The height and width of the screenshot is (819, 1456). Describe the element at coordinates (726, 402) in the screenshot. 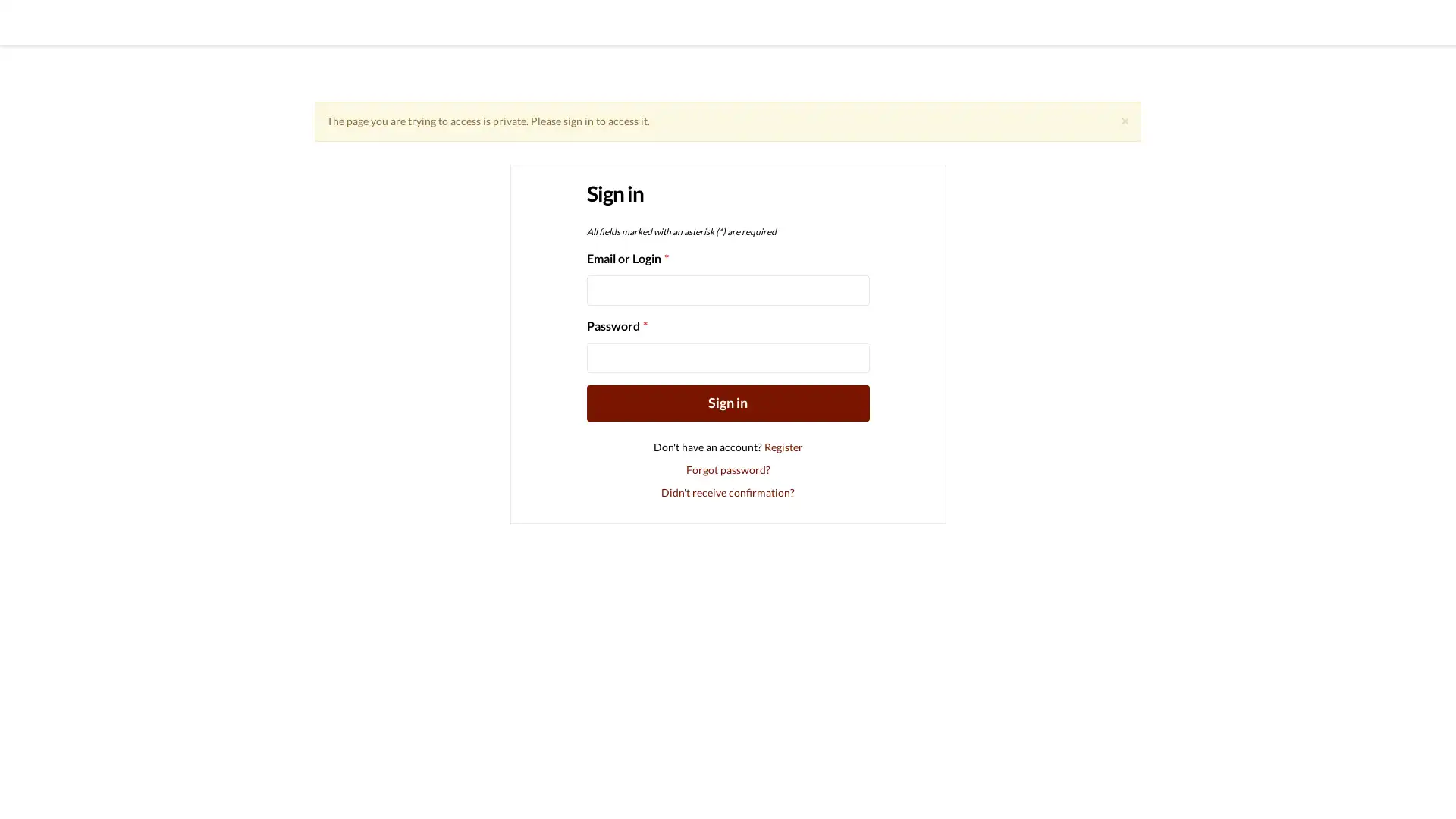

I see `Sign in` at that location.